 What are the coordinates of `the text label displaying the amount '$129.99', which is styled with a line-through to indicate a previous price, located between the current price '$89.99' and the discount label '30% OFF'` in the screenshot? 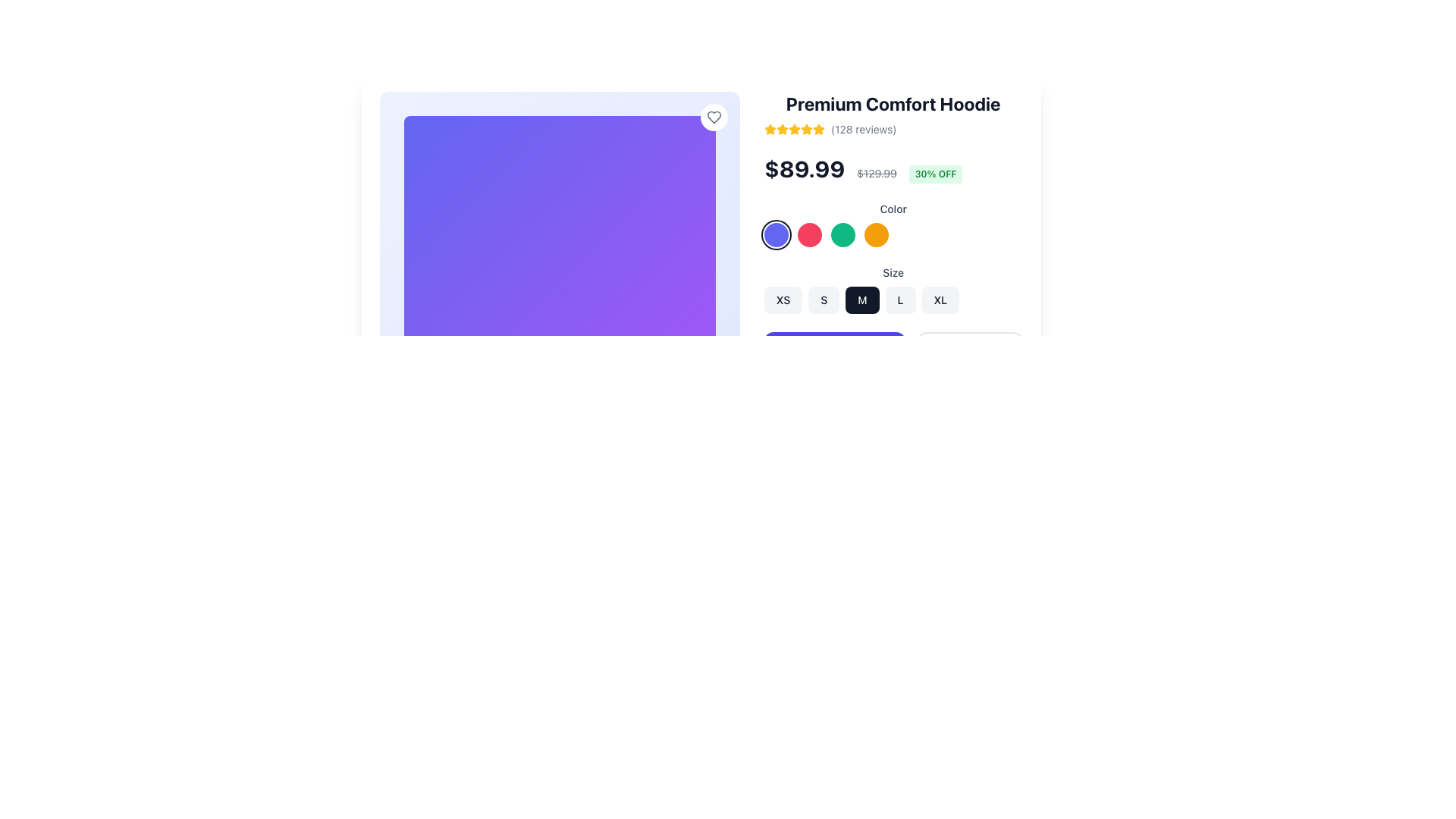 It's located at (877, 172).